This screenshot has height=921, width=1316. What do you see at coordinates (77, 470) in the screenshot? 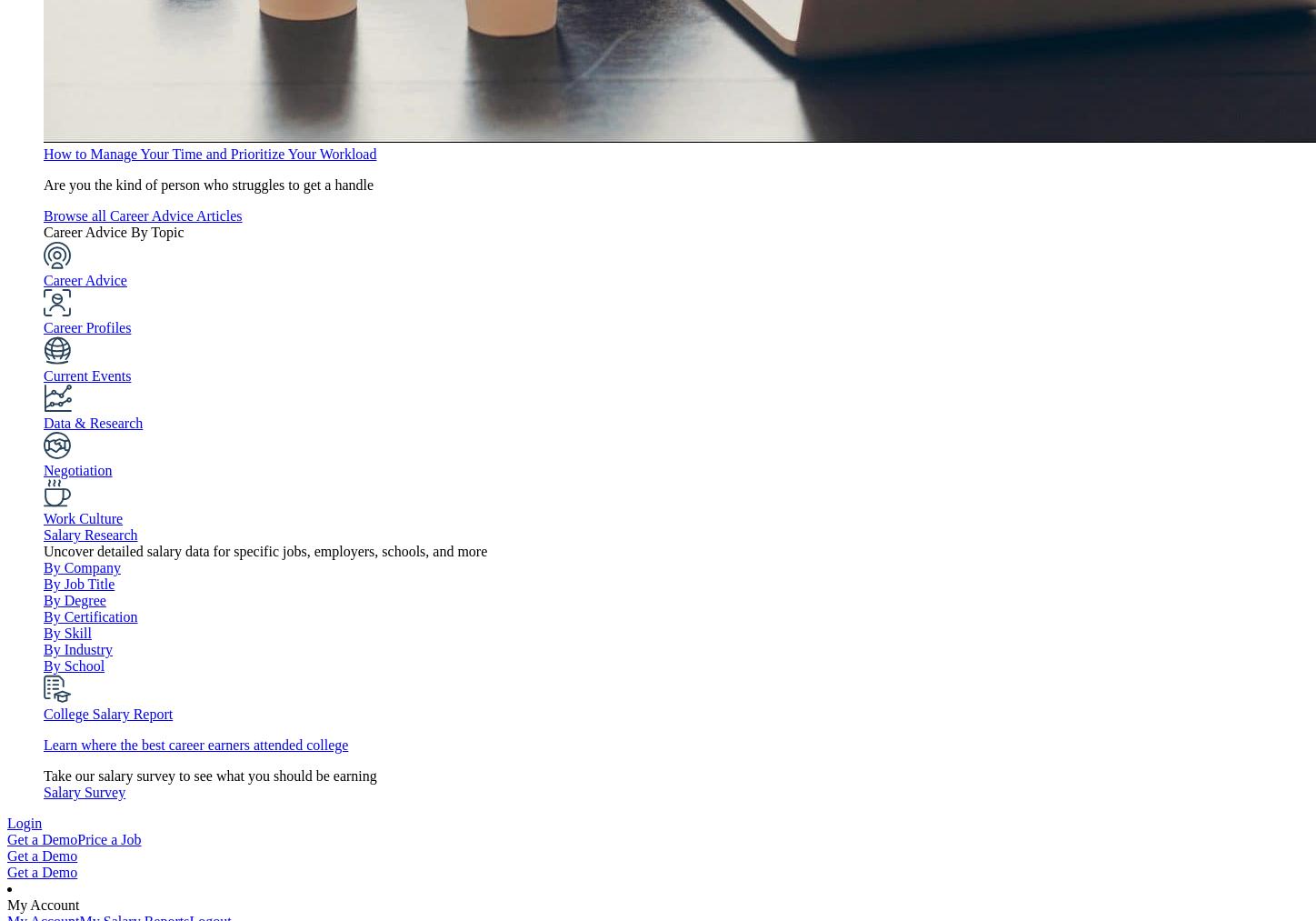
I see `'Negotiation'` at bounding box center [77, 470].